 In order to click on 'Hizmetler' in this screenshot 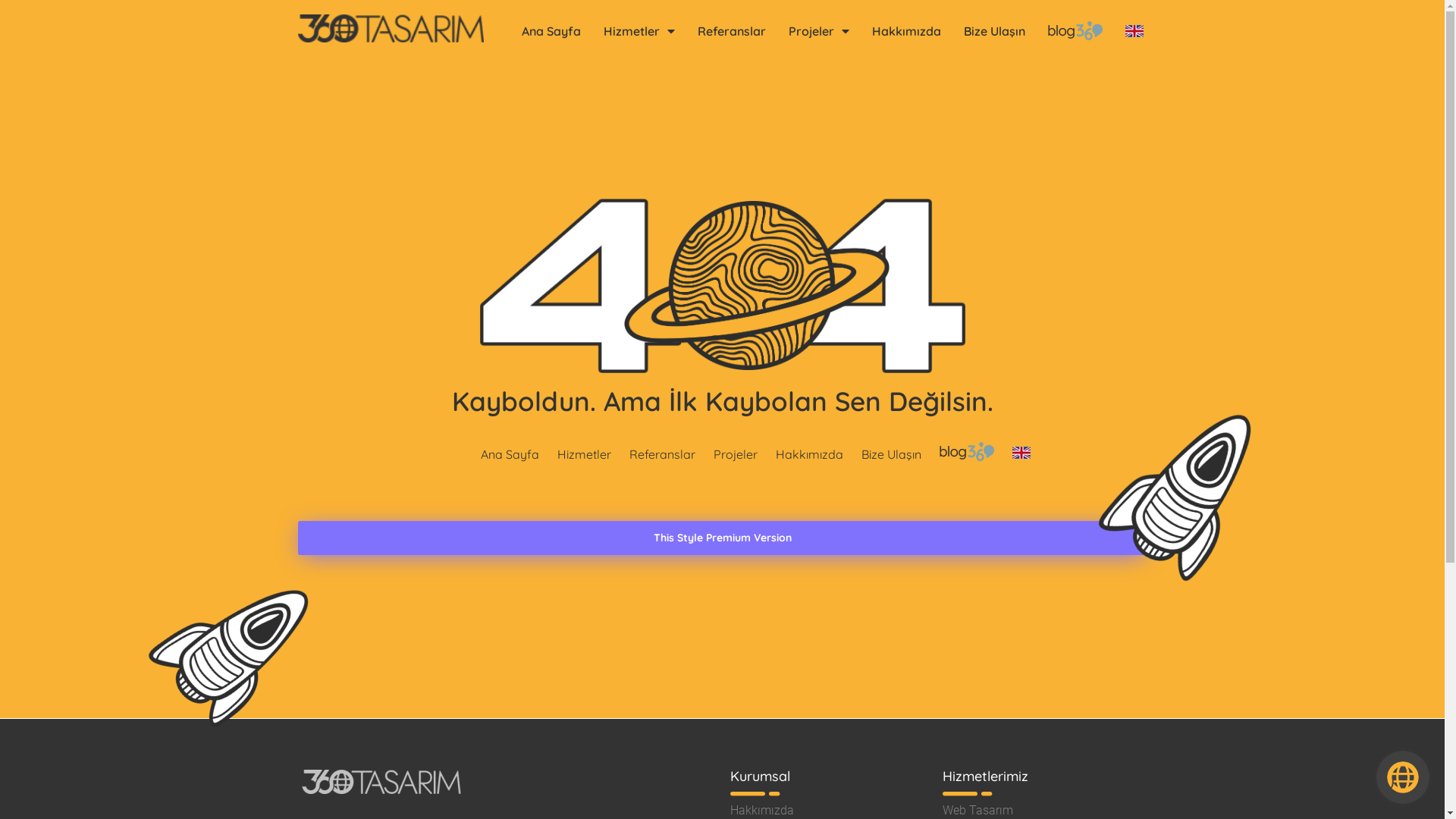, I will do `click(638, 30)`.